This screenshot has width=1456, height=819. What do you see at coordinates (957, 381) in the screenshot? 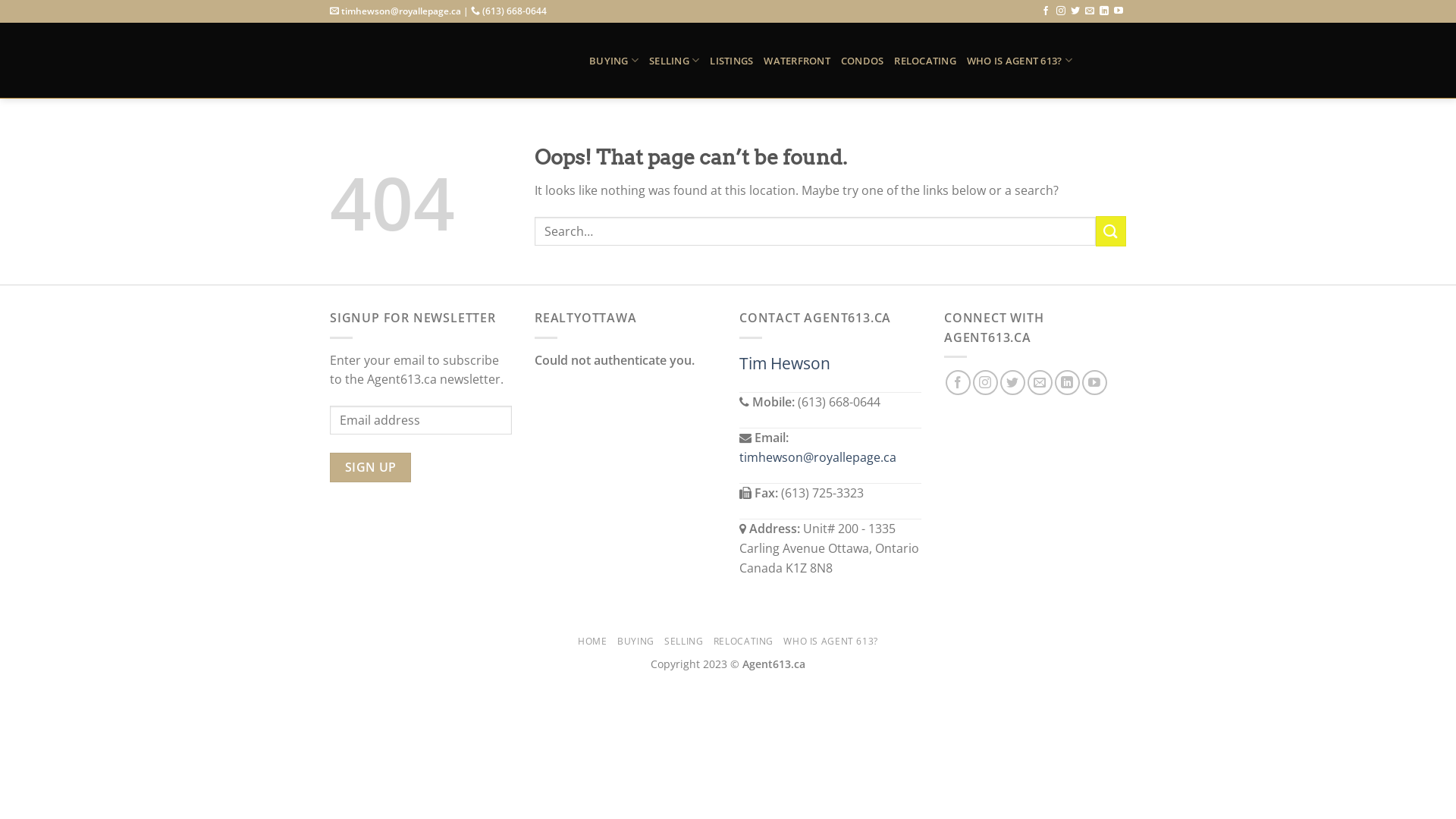
I see `'Follow on Facebook'` at bounding box center [957, 381].